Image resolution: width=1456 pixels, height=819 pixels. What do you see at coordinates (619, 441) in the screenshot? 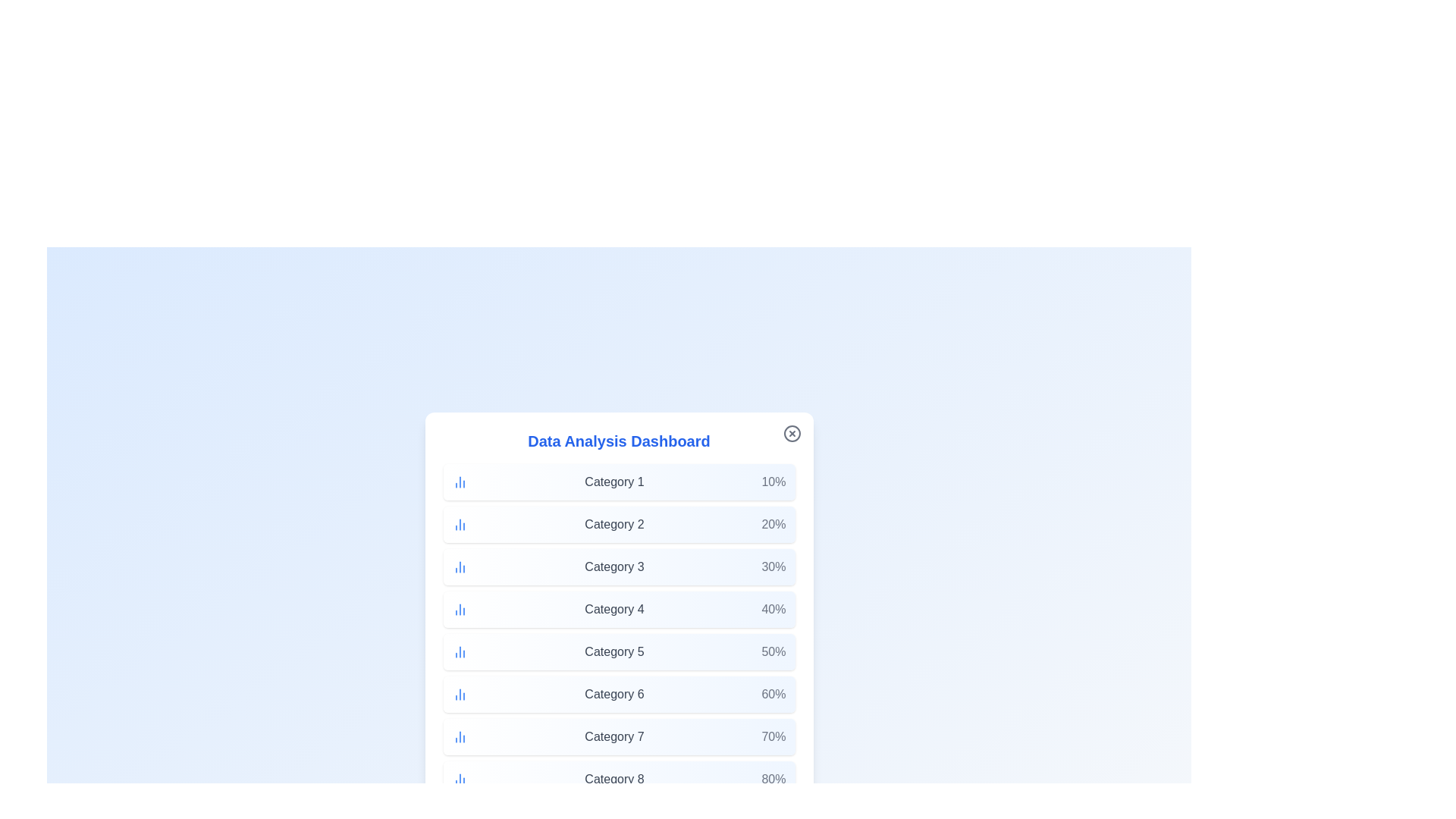
I see `the title of the dialog to simulate an interaction` at bounding box center [619, 441].